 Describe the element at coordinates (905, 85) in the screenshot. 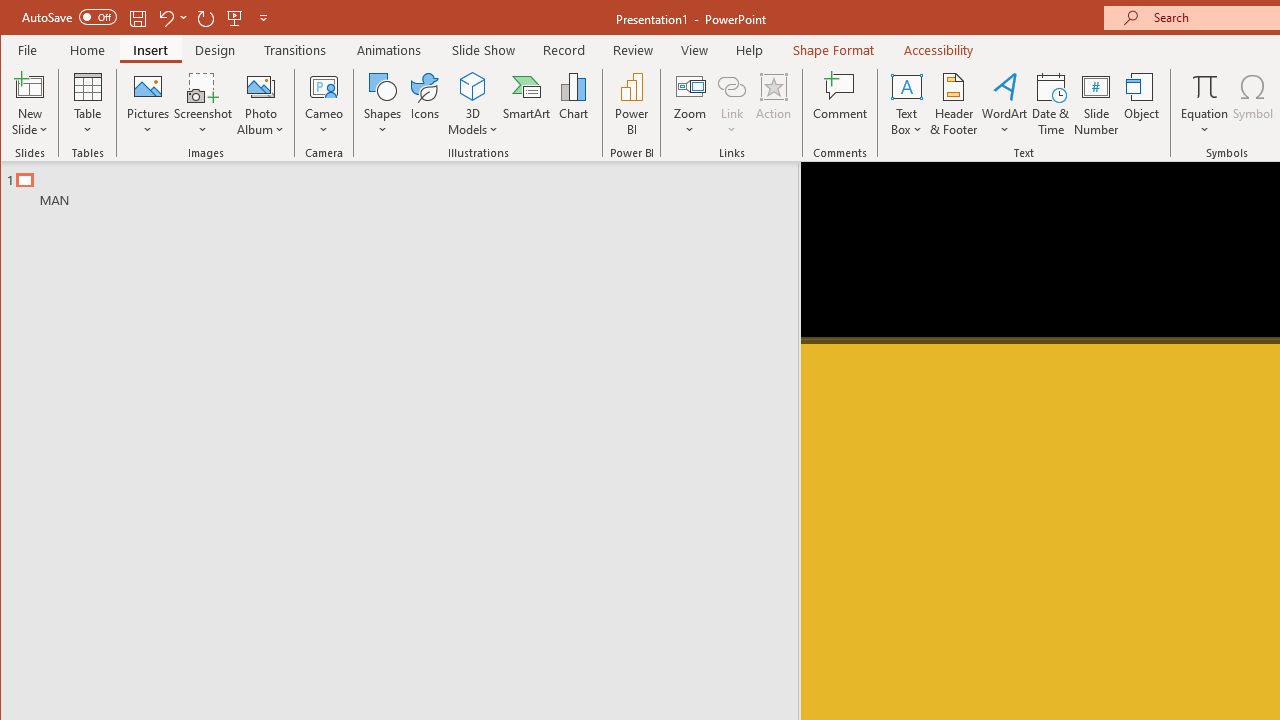

I see `'Draw Horizontal Text Box'` at that location.